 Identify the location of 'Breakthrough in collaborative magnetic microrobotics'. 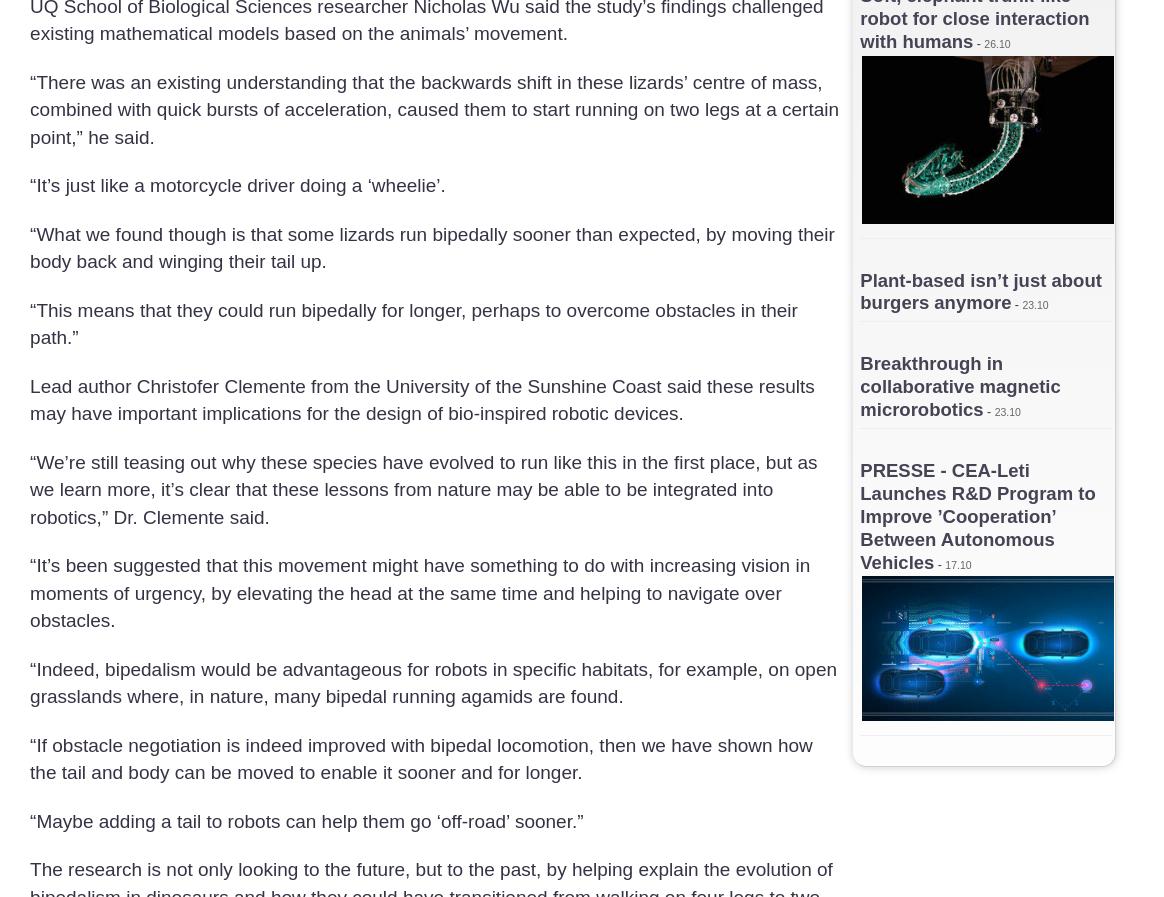
(958, 385).